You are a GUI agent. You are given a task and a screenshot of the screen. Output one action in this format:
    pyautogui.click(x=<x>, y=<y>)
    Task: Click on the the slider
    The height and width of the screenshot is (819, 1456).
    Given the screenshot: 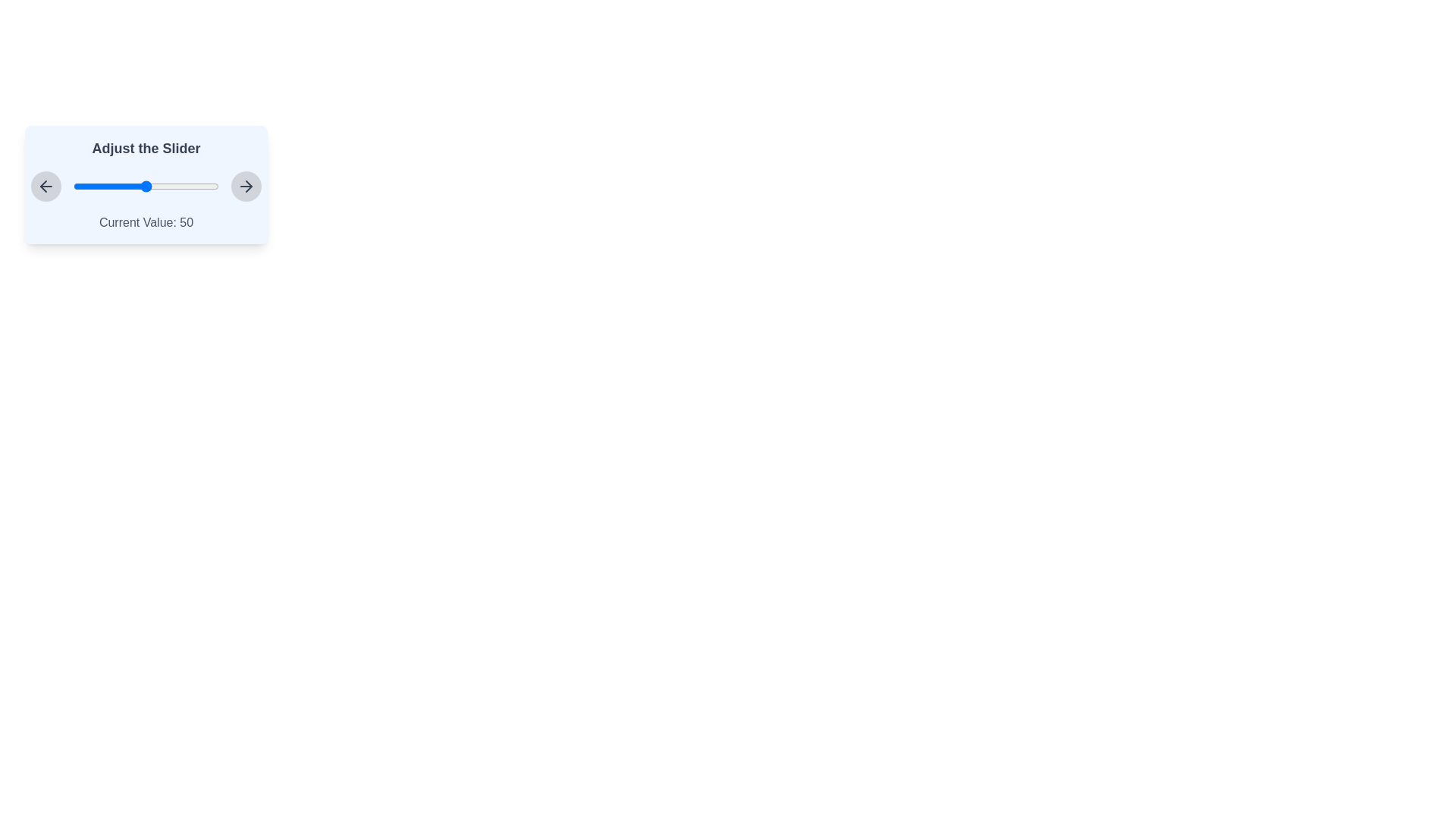 What is the action you would take?
    pyautogui.click(x=150, y=186)
    